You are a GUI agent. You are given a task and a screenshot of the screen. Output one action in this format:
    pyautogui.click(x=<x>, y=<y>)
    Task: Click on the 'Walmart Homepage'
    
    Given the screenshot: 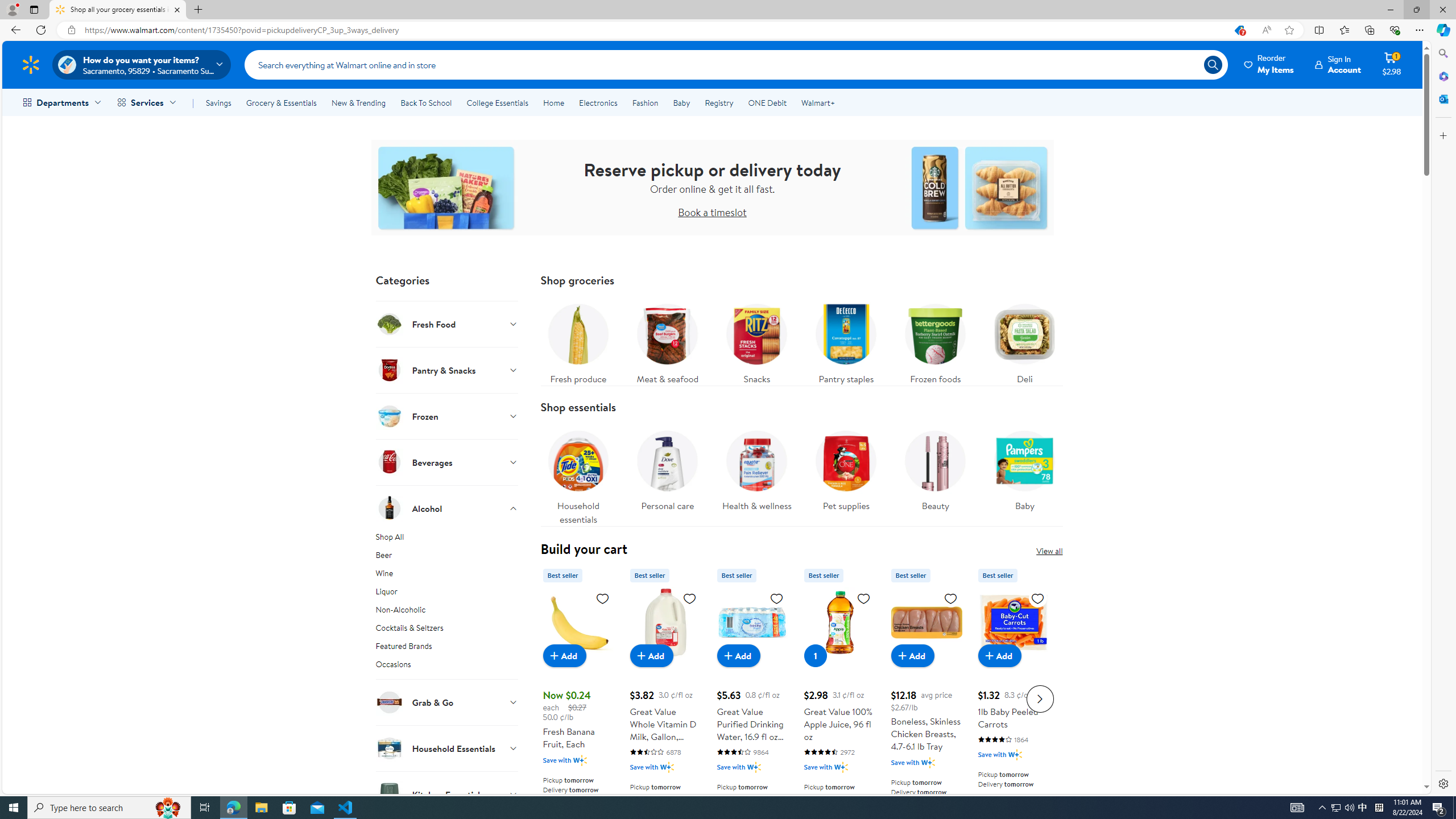 What is the action you would take?
    pyautogui.click(x=30, y=64)
    